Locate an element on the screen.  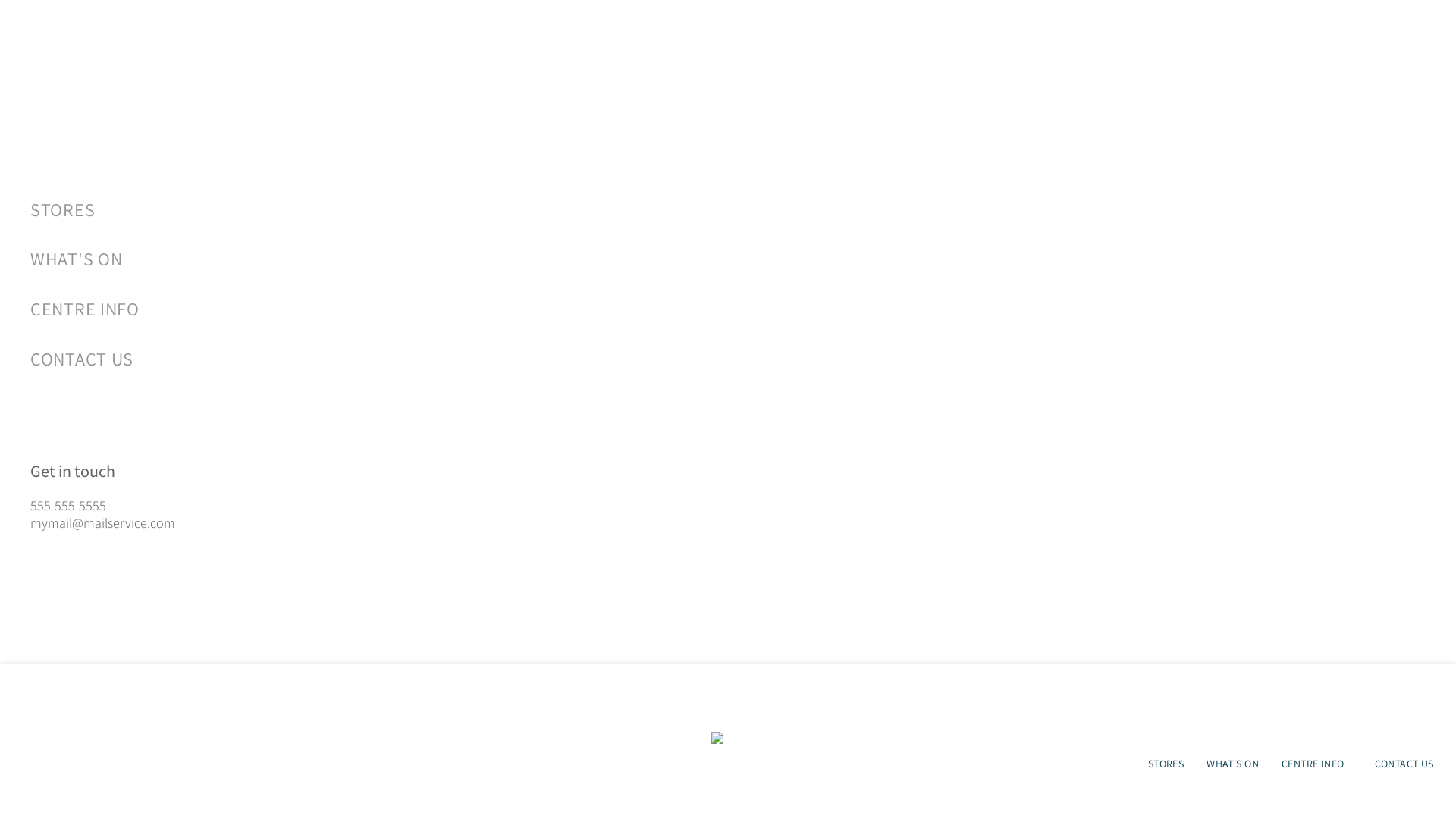
'STORES' is located at coordinates (30, 209).